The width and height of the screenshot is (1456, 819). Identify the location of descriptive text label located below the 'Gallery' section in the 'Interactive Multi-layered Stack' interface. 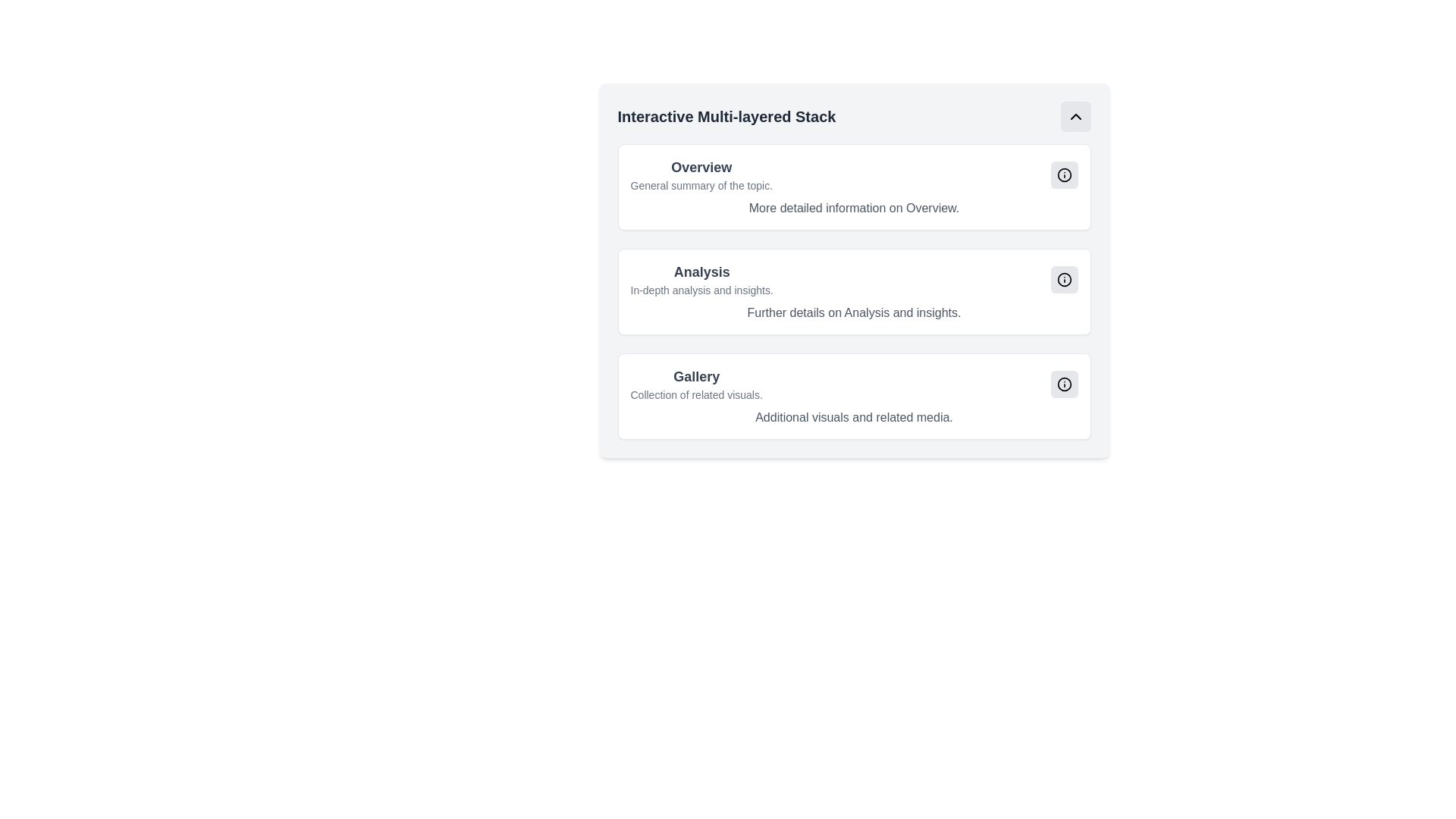
(695, 394).